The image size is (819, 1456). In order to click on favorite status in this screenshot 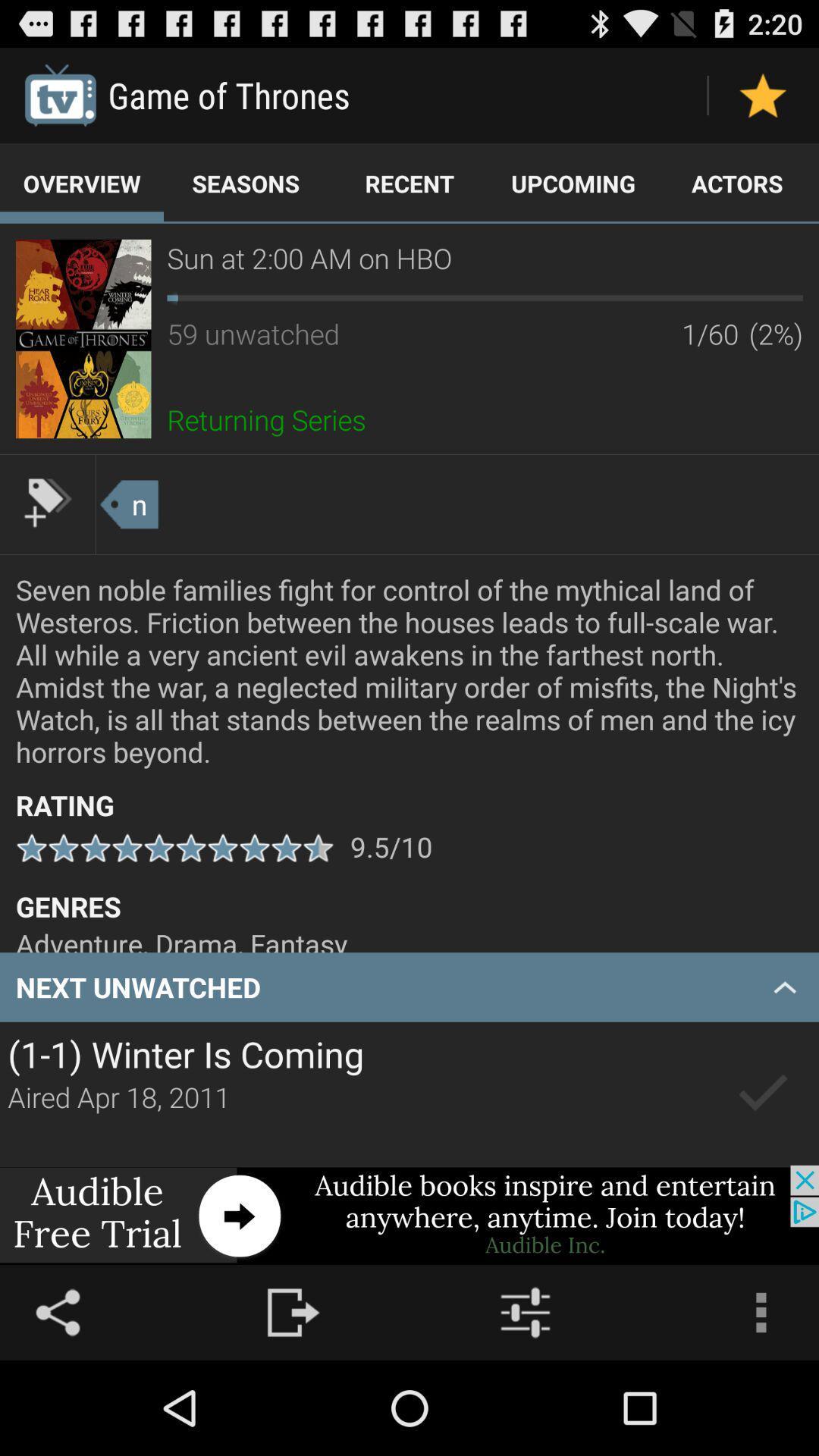, I will do `click(763, 94)`.